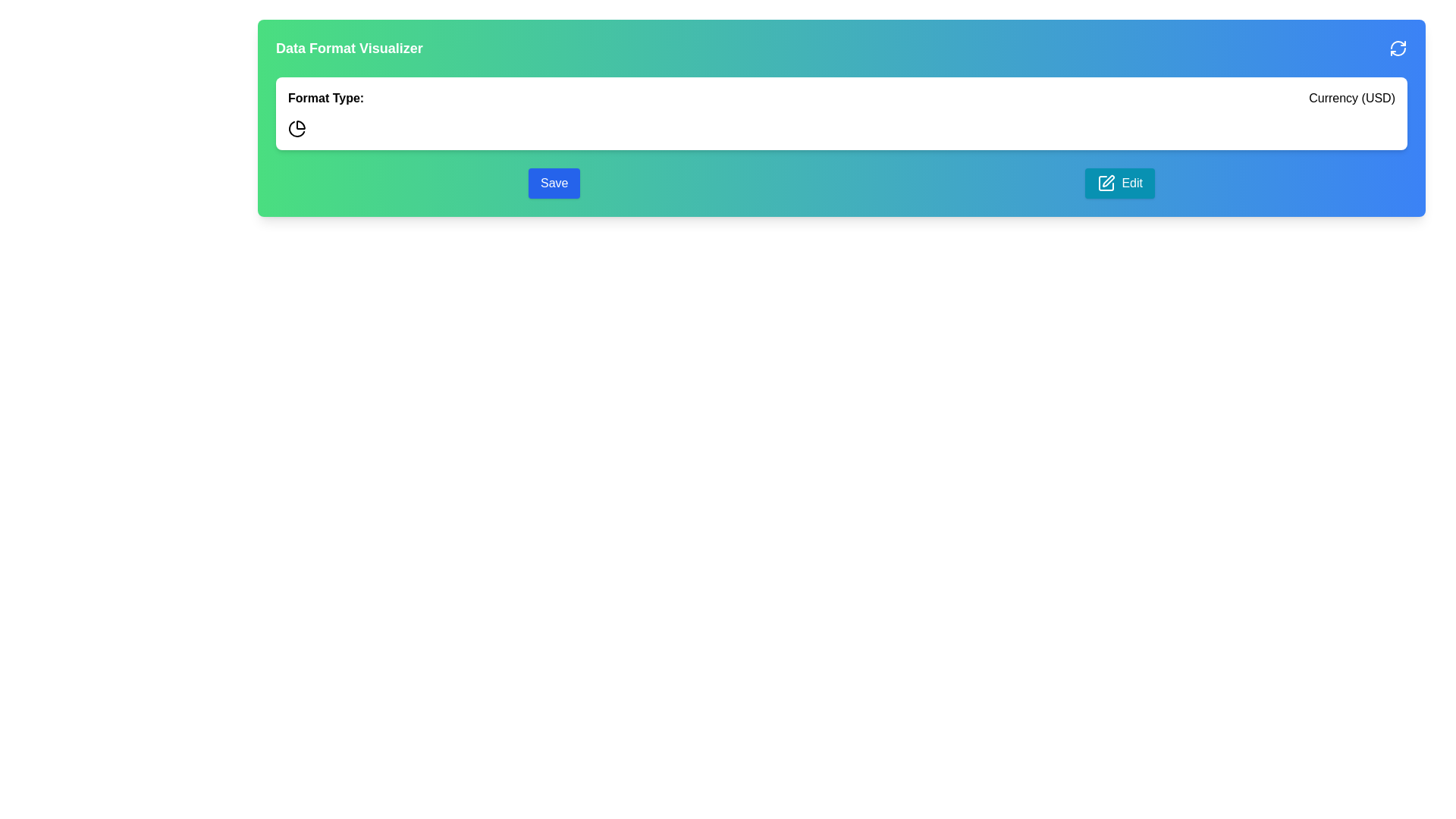 This screenshot has width=1456, height=819. I want to click on text from the prominent header labeled 'Data Format Visualizer' displayed in white on a green gradient background at the top-left corner of the interface, so click(348, 48).